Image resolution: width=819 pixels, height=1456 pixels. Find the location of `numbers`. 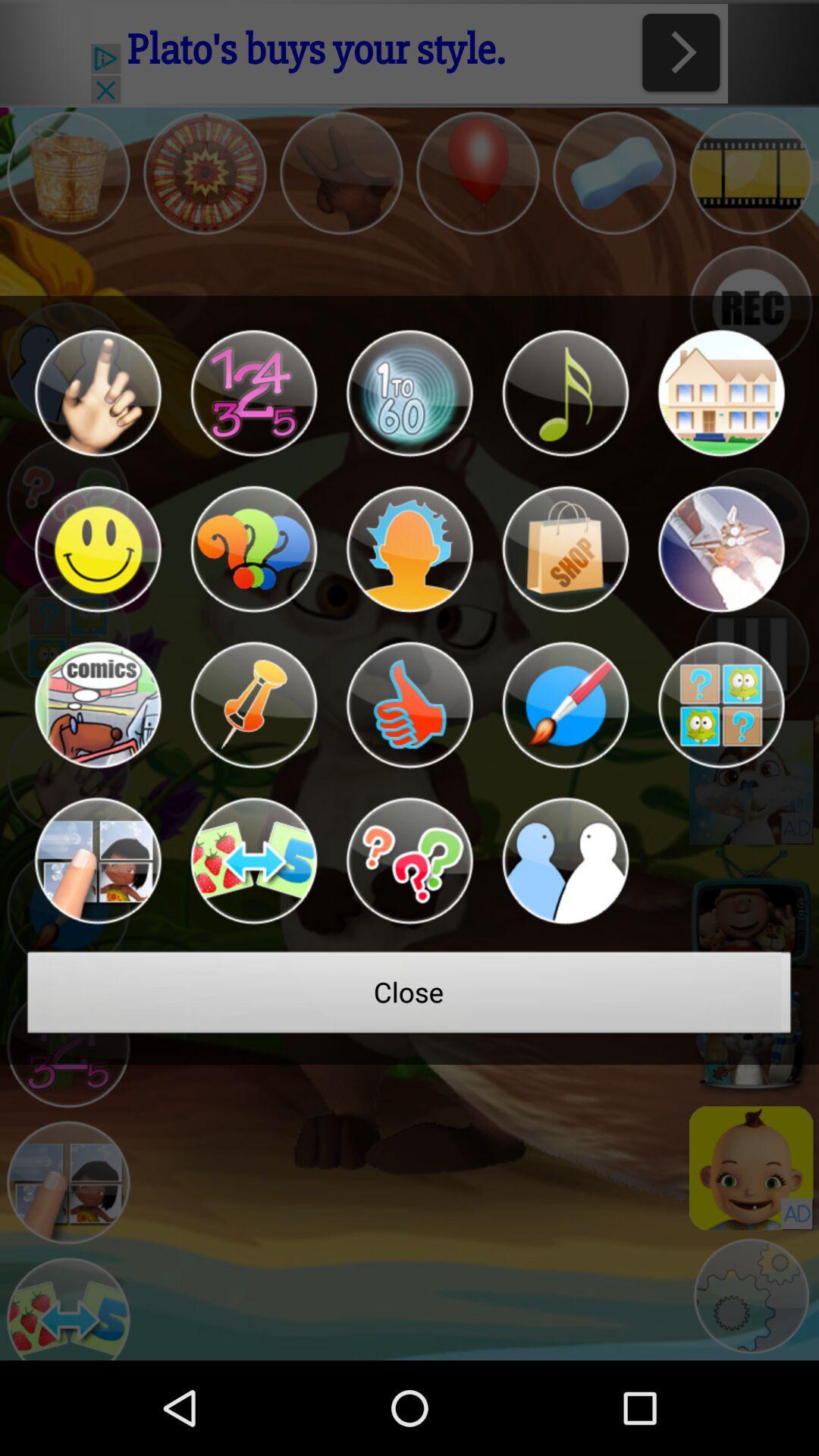

numbers is located at coordinates (253, 393).